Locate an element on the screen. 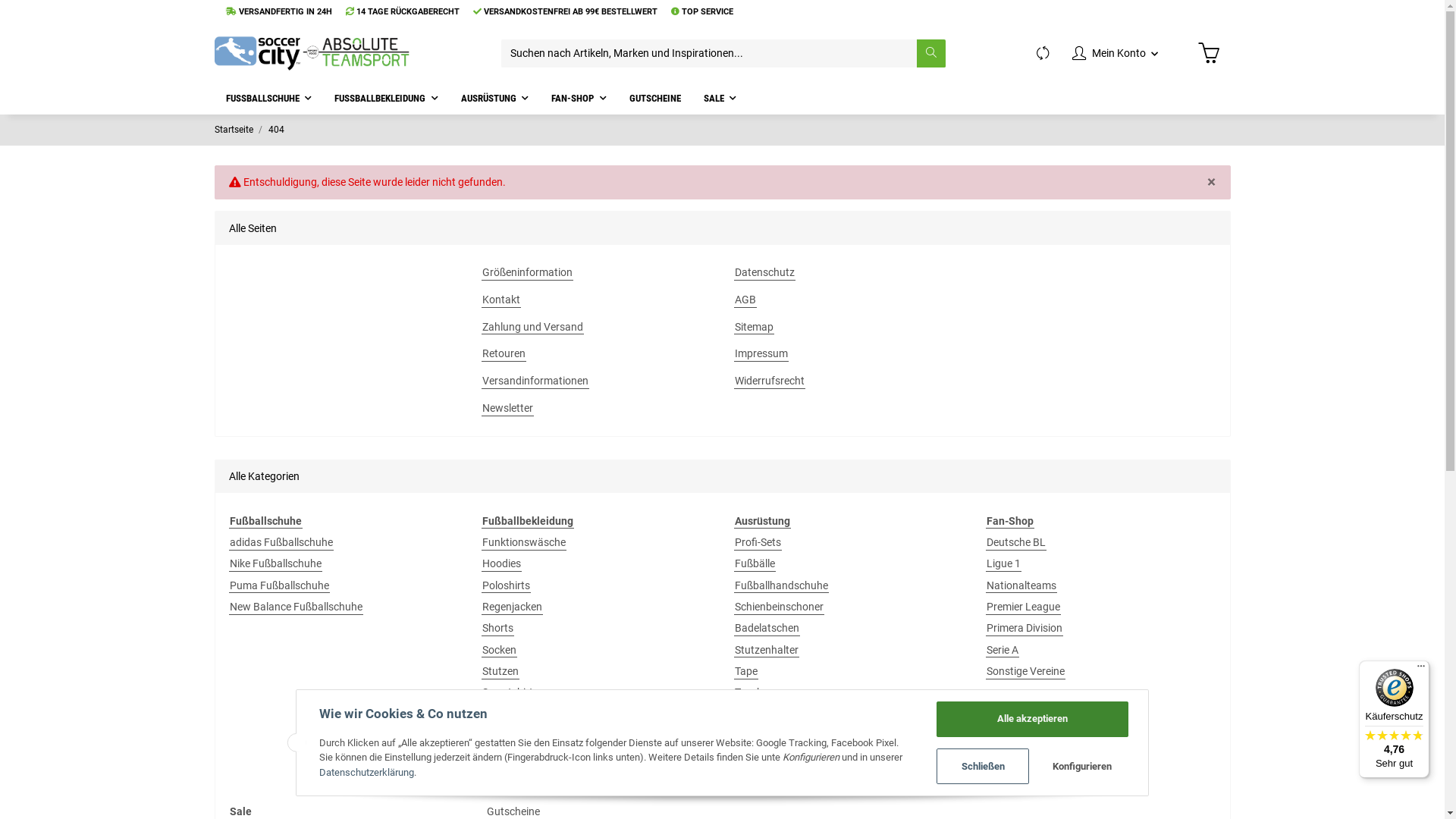 The image size is (1456, 819). 'Primera Division' is located at coordinates (1024, 628).